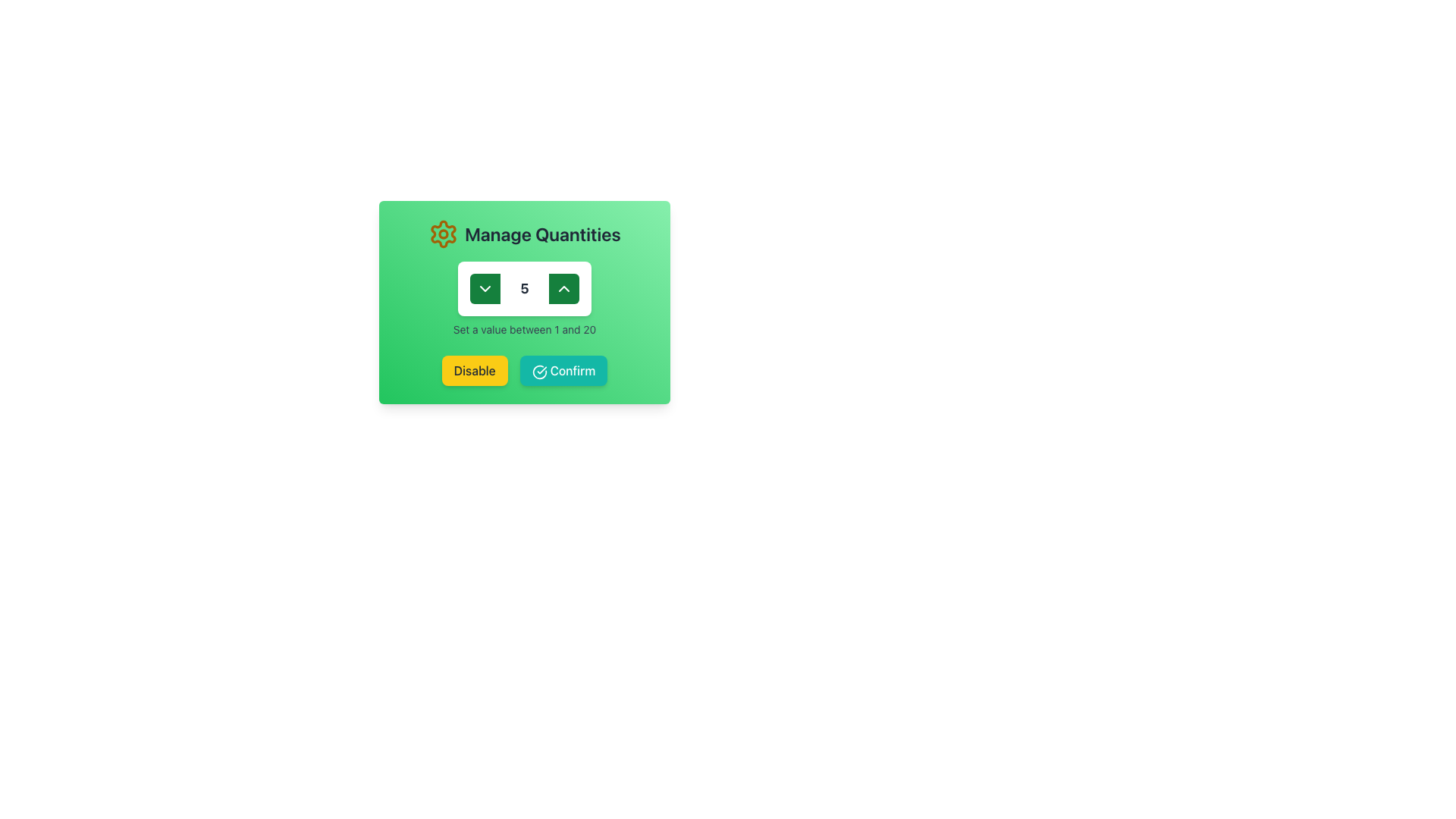  What do you see at coordinates (524, 289) in the screenshot?
I see `the numeric value displayed in the center field of the composite component consisting of upward and downward arrow buttons and a numeric display` at bounding box center [524, 289].